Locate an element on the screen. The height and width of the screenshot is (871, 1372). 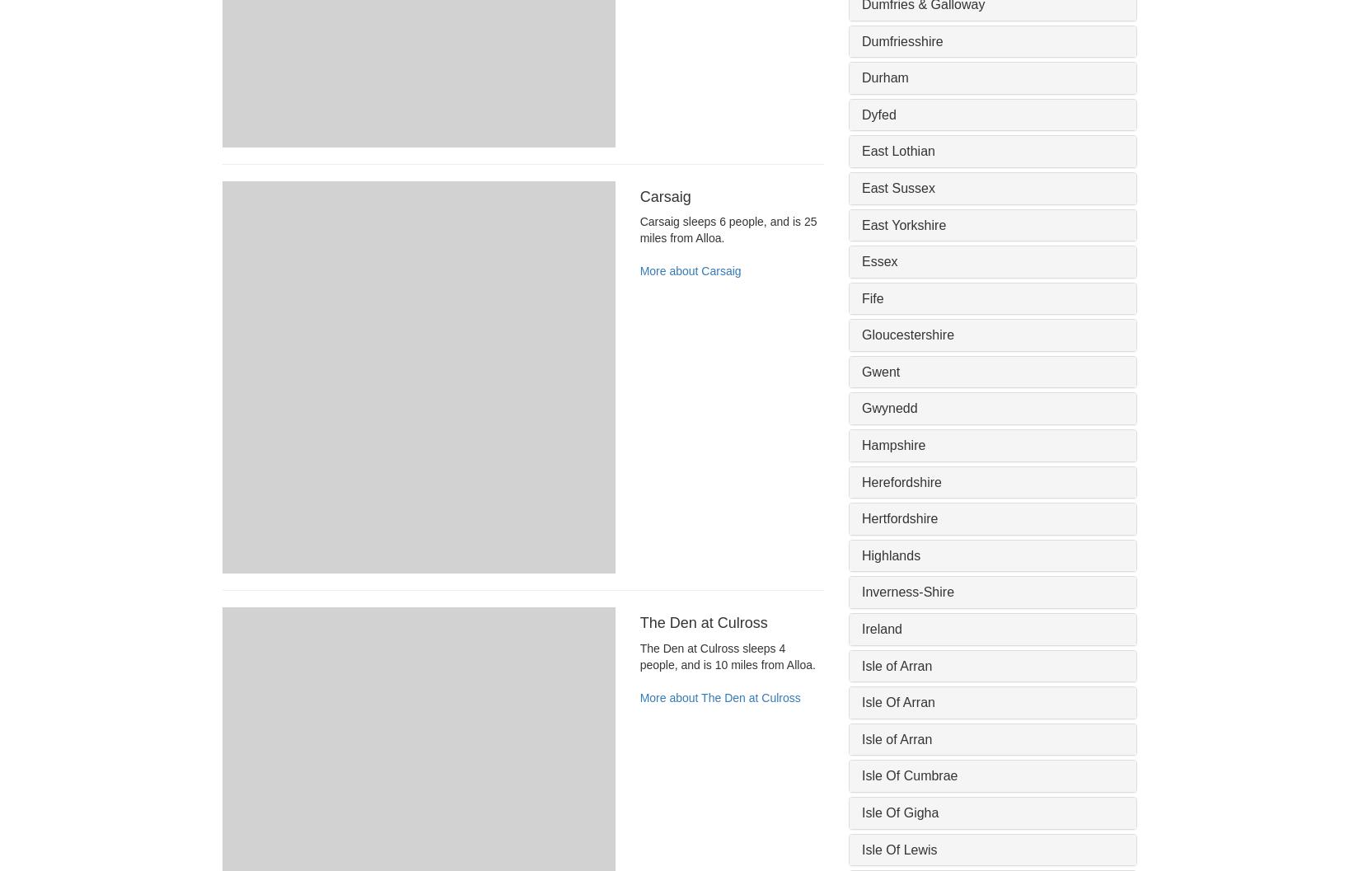
'Carsaig sleeps 6 people, and is 25 miles from Alloa.' is located at coordinates (728, 229).